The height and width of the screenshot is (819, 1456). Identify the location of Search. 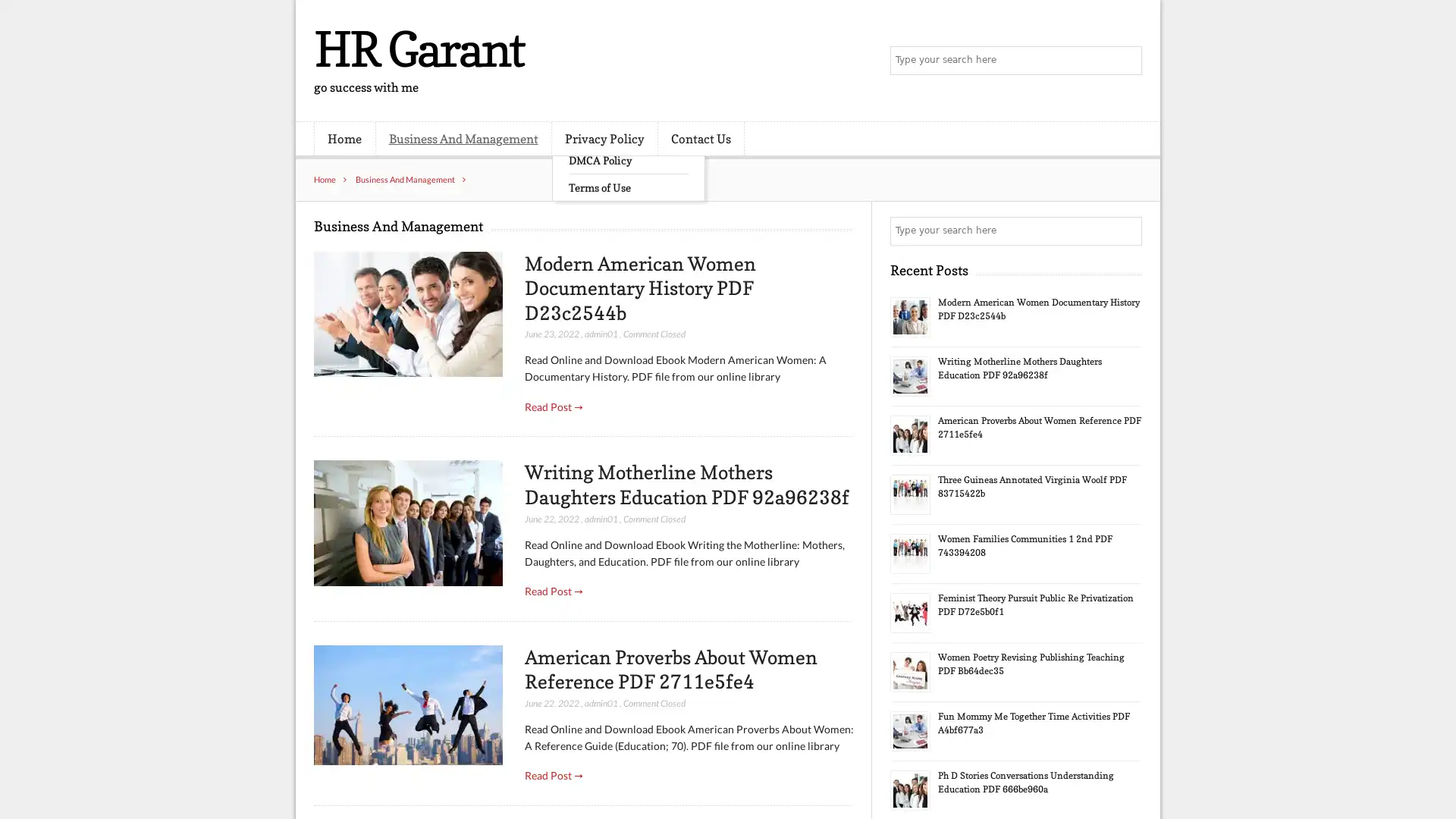
(1126, 231).